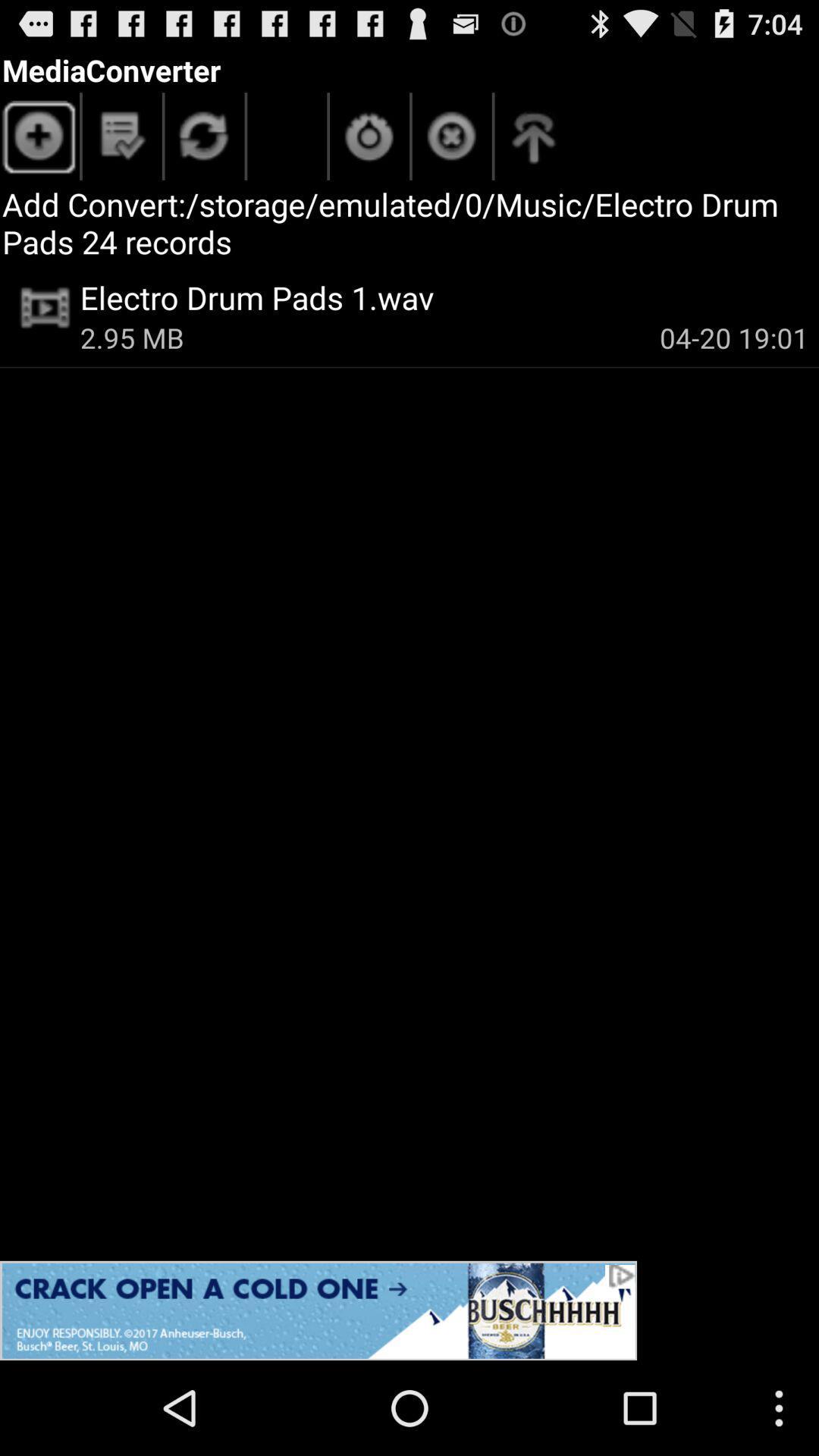 This screenshot has width=819, height=1456. What do you see at coordinates (39, 140) in the screenshot?
I see `media` at bounding box center [39, 140].